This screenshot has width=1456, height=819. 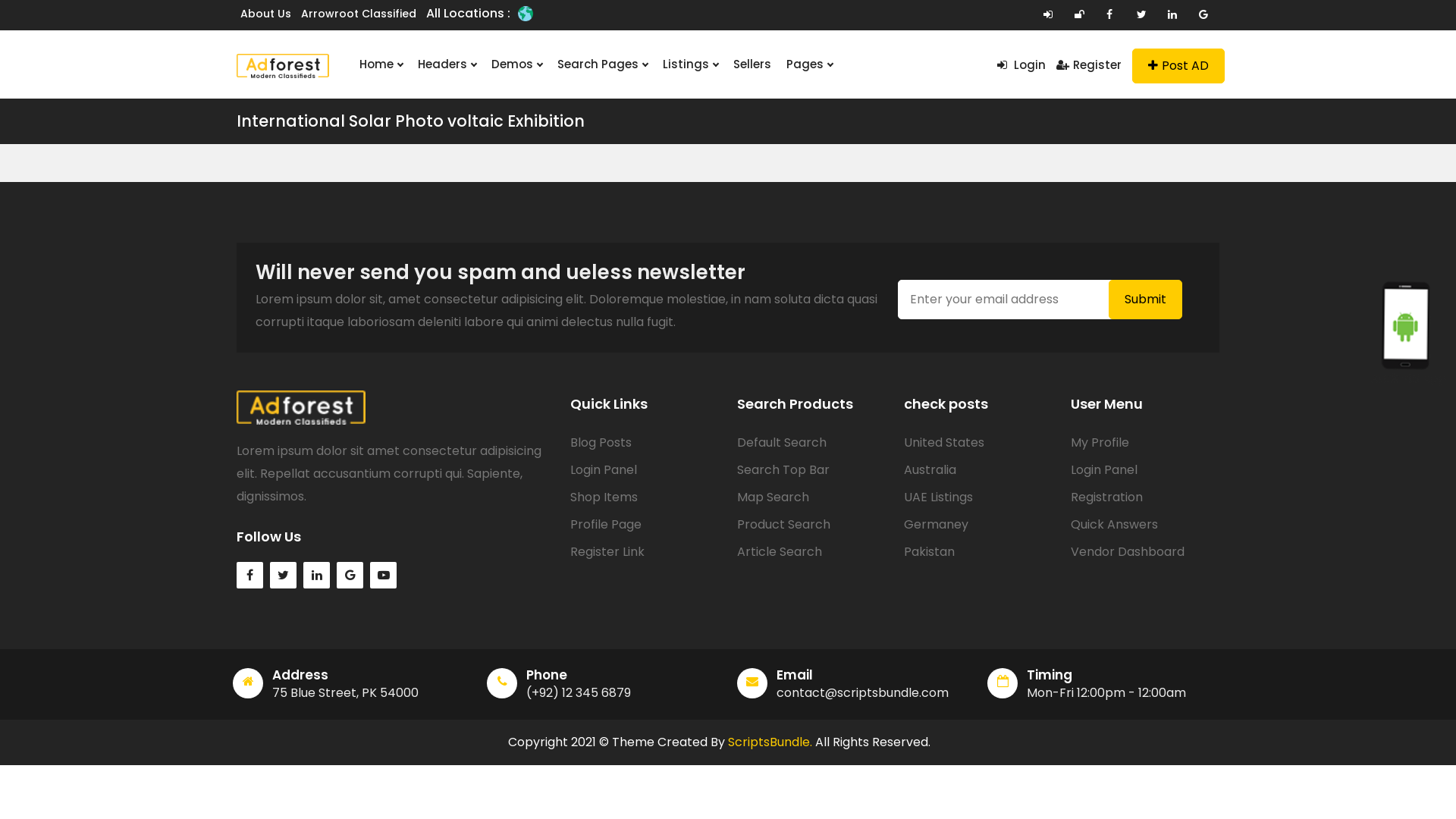 What do you see at coordinates (689, 63) in the screenshot?
I see `'Listings'` at bounding box center [689, 63].